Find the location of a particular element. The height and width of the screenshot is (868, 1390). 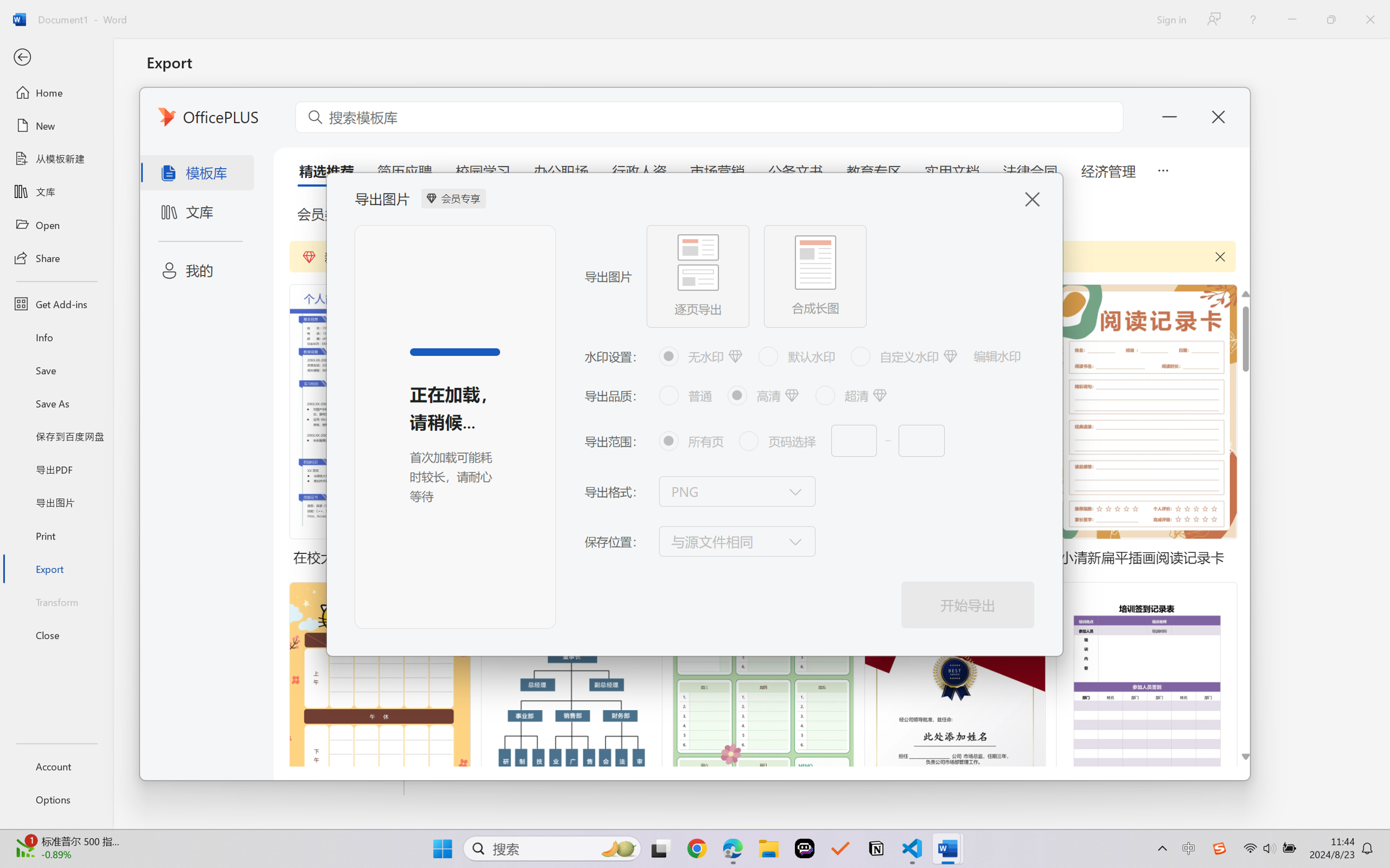

'Save As' is located at coordinates (56, 403).